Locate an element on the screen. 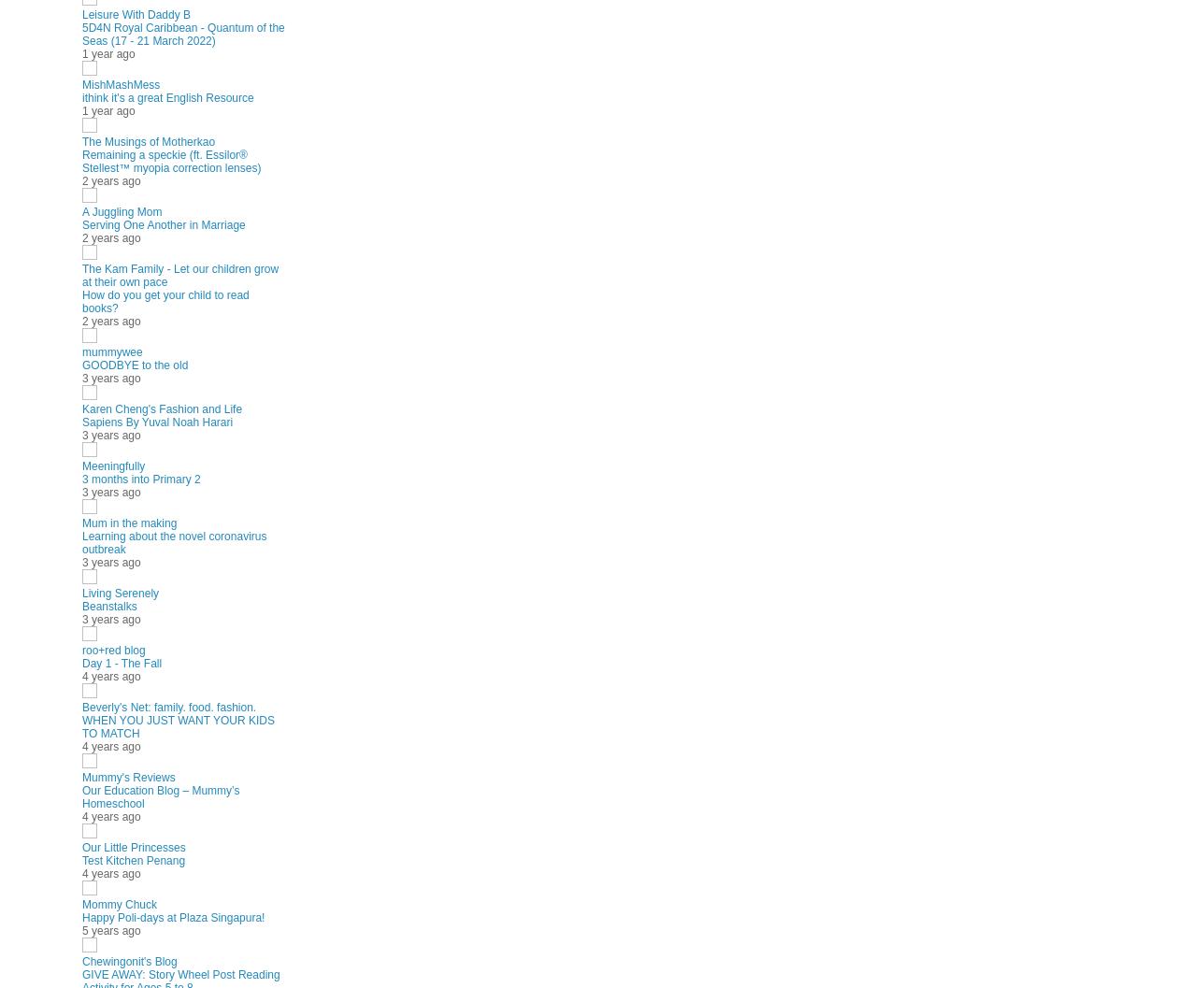 This screenshot has height=988, width=1204. 'The Musings of Motherkao' is located at coordinates (148, 141).